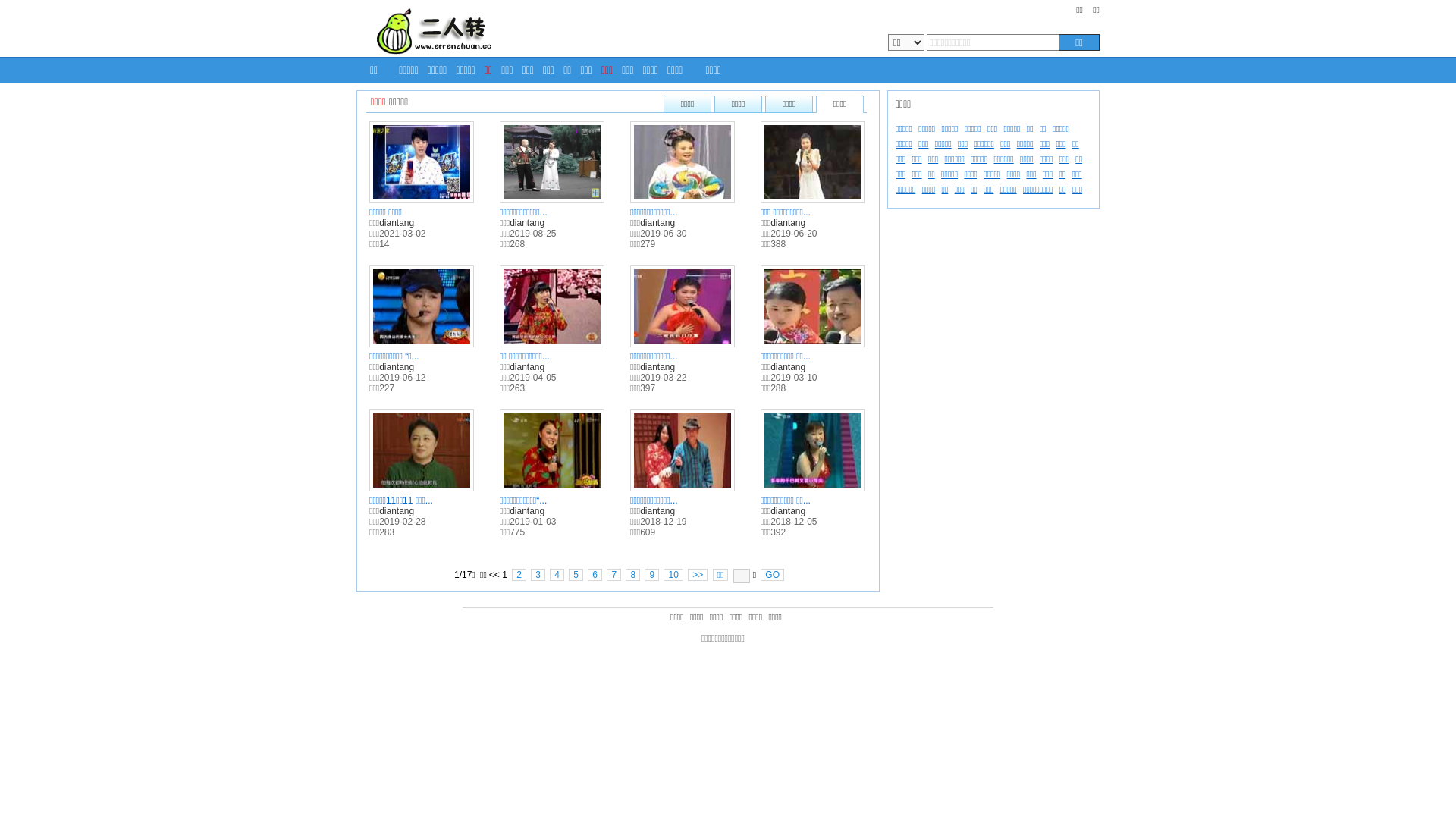 Image resolution: width=1456 pixels, height=819 pixels. Describe the element at coordinates (632, 575) in the screenshot. I see `'8'` at that location.